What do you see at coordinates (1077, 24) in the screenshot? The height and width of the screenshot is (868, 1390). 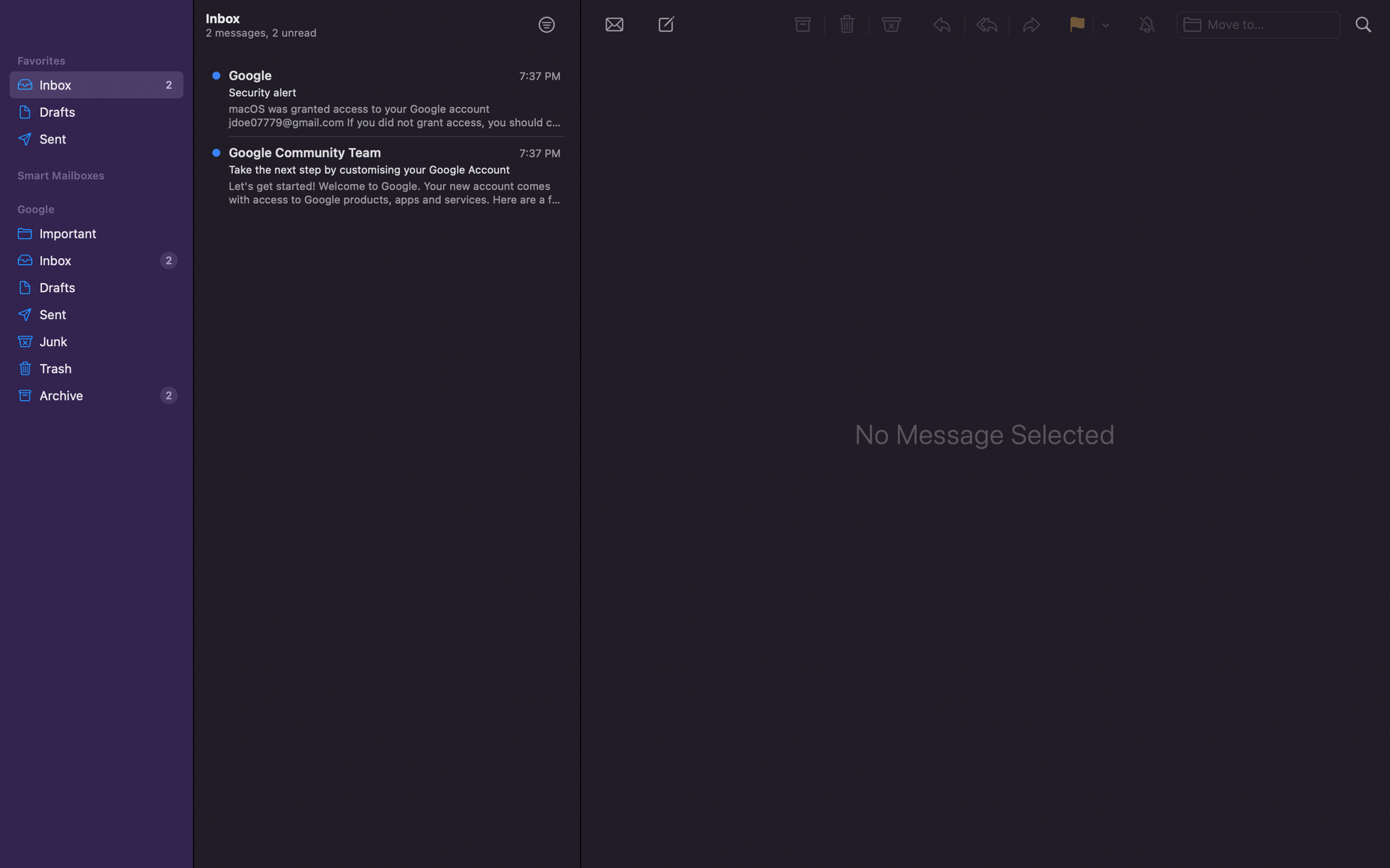 I see `Flag the selected message` at bounding box center [1077, 24].